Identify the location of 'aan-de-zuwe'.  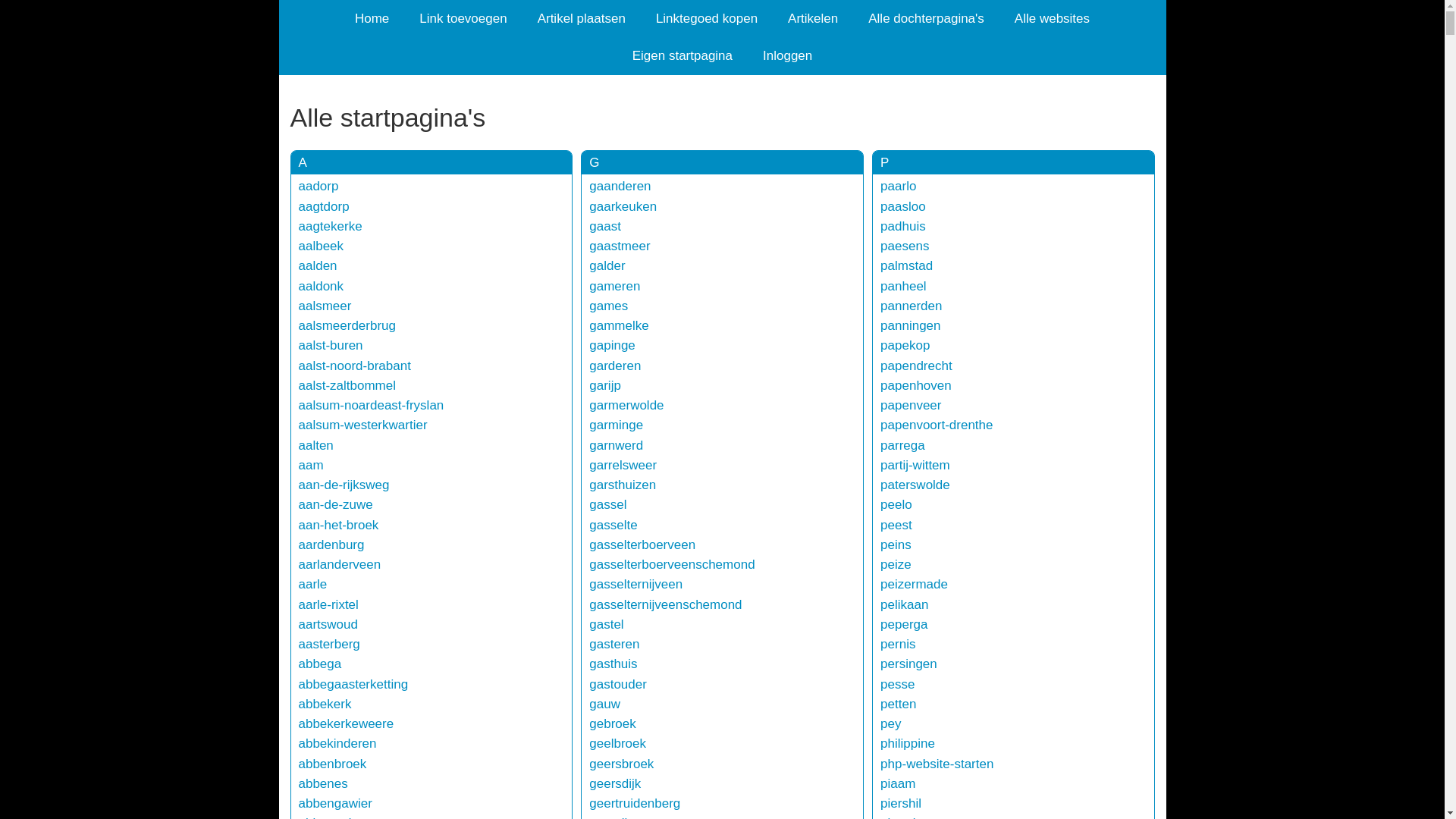
(334, 504).